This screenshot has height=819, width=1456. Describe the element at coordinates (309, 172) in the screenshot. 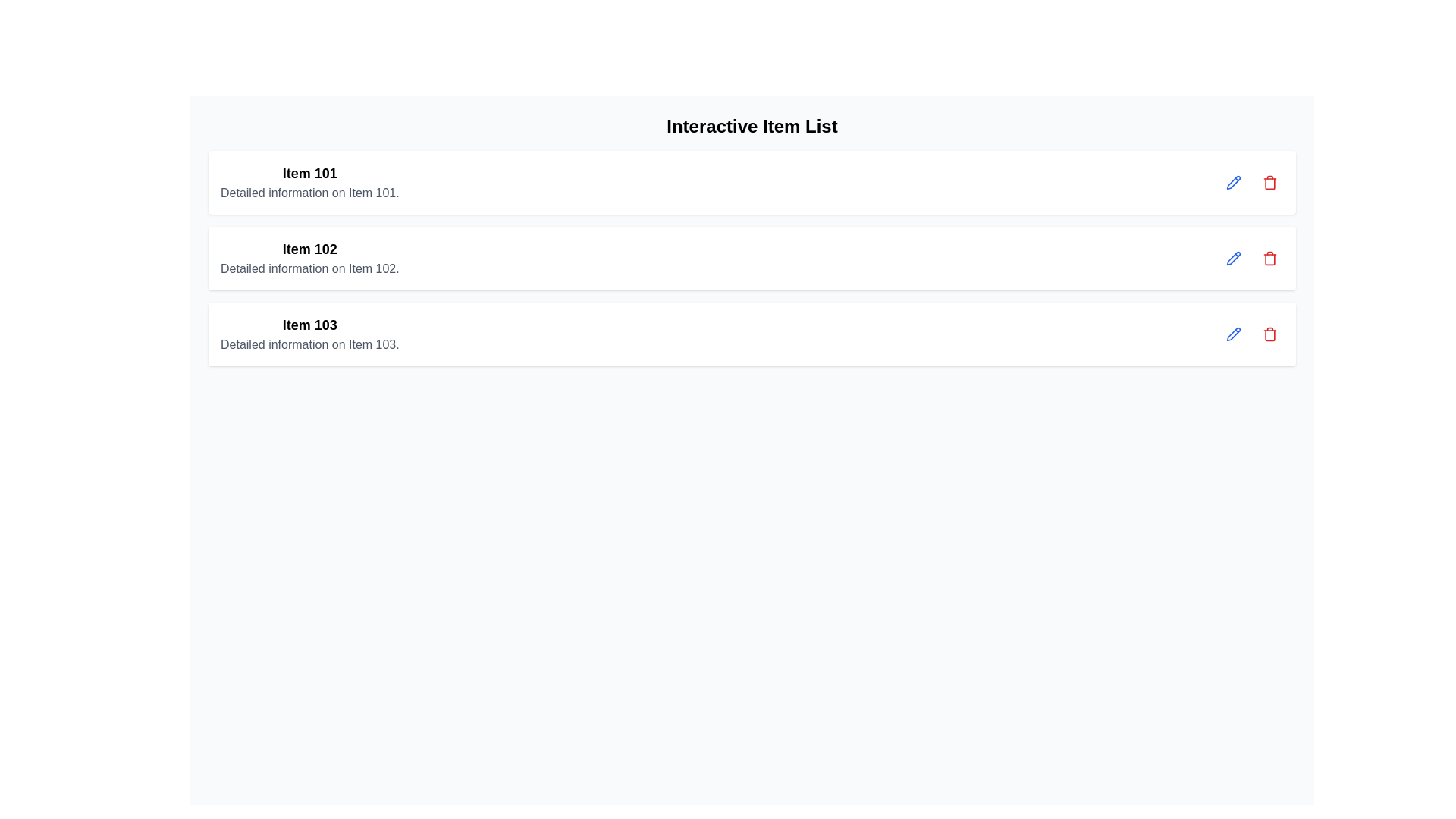

I see `the bold black text label that reads 'Item 101', which is prominently displayed as a title above the description in the central list of items` at that location.